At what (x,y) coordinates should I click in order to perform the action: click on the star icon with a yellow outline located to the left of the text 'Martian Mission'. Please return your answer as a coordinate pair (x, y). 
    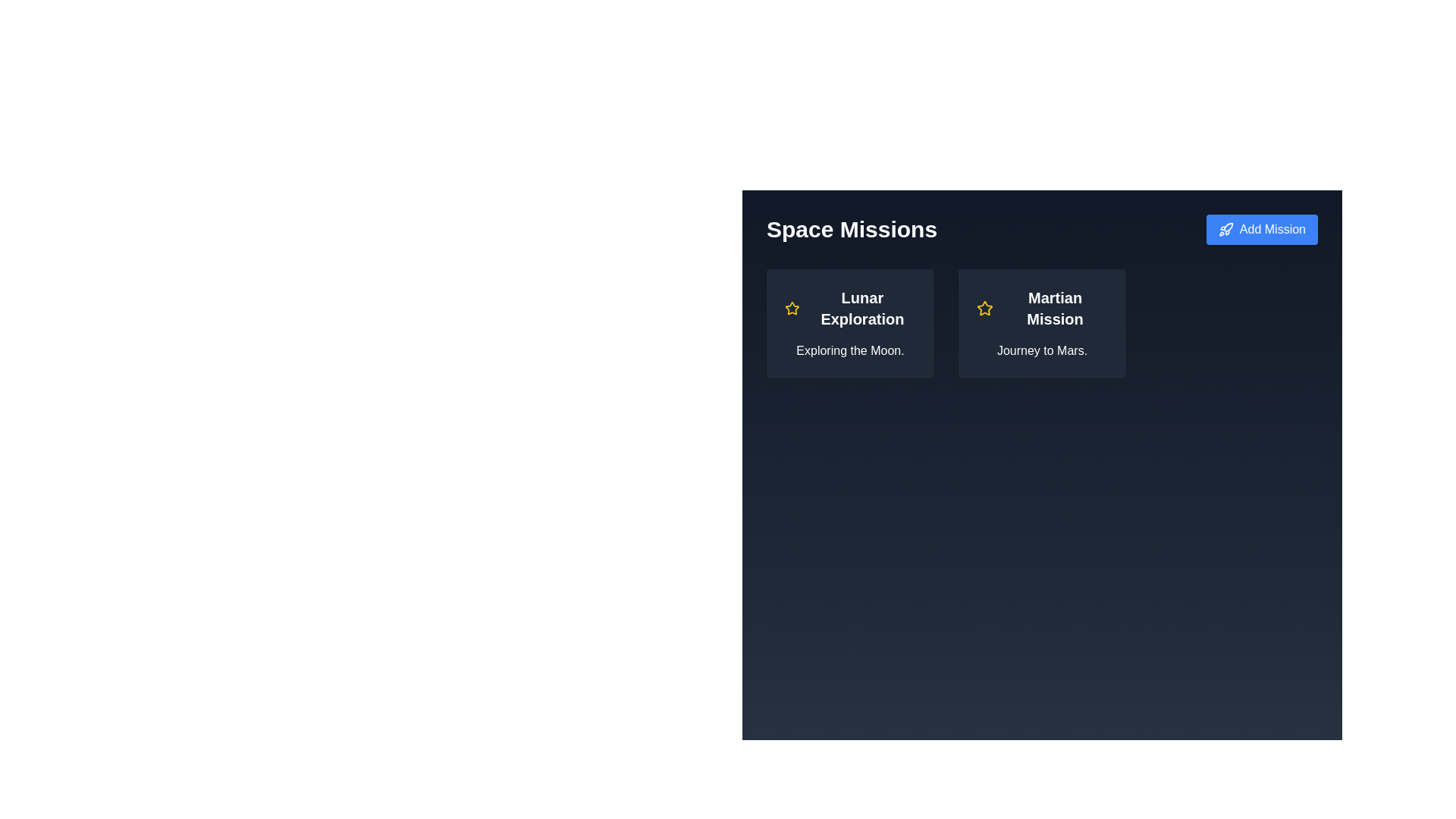
    Looking at the image, I should click on (985, 308).